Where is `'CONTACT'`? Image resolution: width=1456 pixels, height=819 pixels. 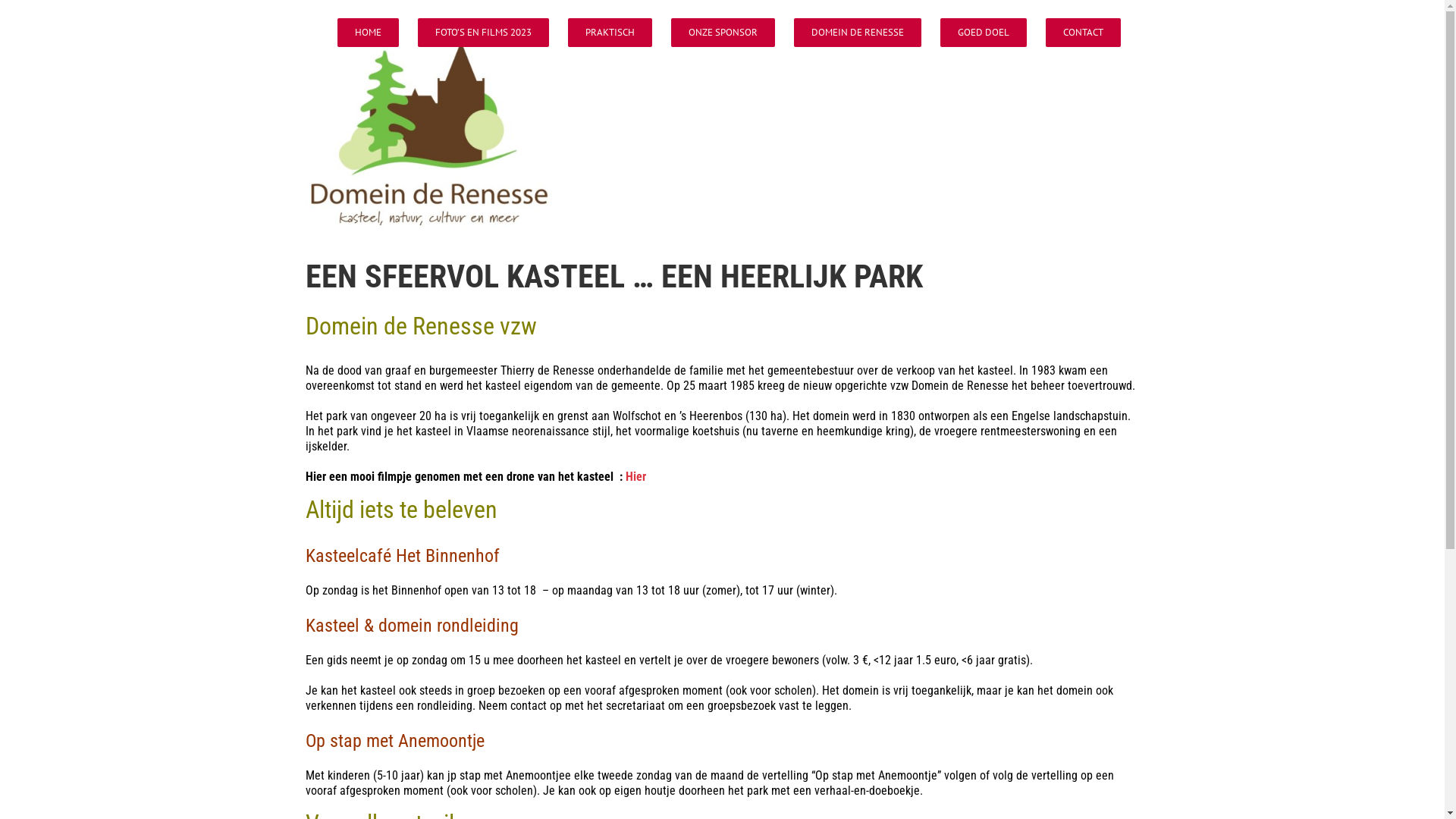 'CONTACT' is located at coordinates (1081, 32).